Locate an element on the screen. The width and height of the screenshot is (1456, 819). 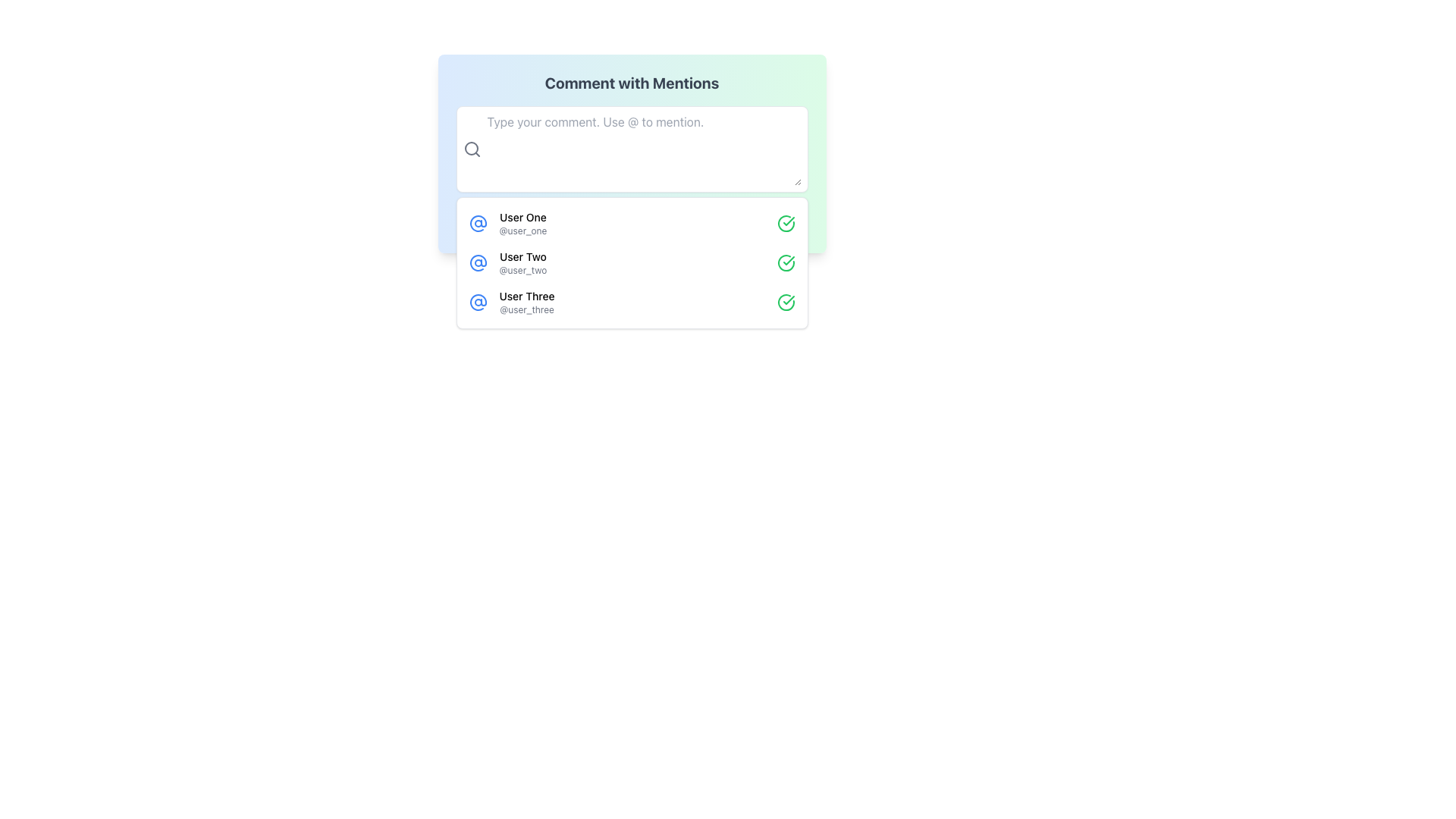
the blue '@' symbol icon located to the left of the text 'User Two' in the mention selection list is located at coordinates (477, 262).